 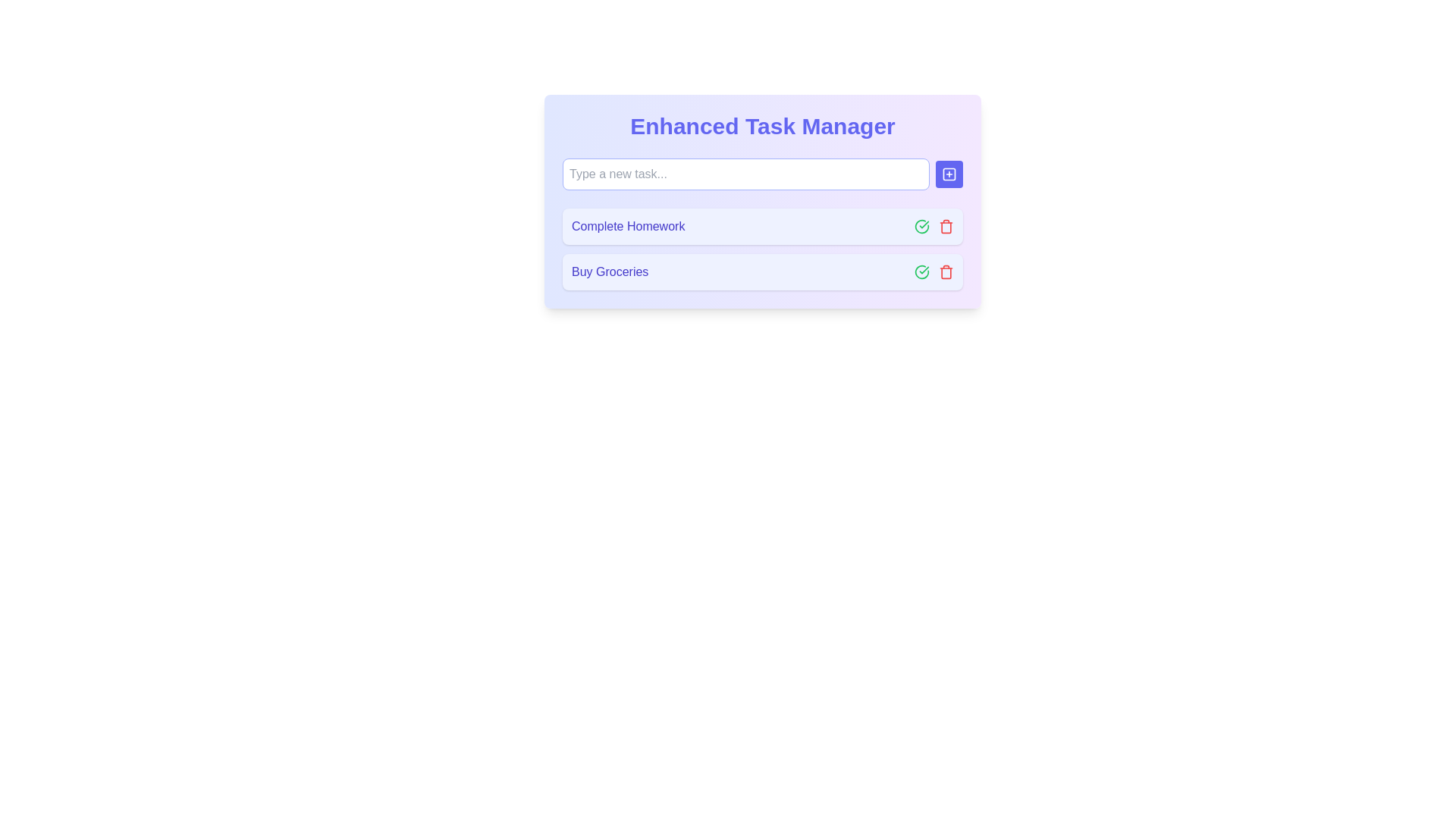 What do you see at coordinates (921, 271) in the screenshot?
I see `the completion icon located in the second task row of the task manager interface, adjacent to the task description and near the red trash can icon` at bounding box center [921, 271].